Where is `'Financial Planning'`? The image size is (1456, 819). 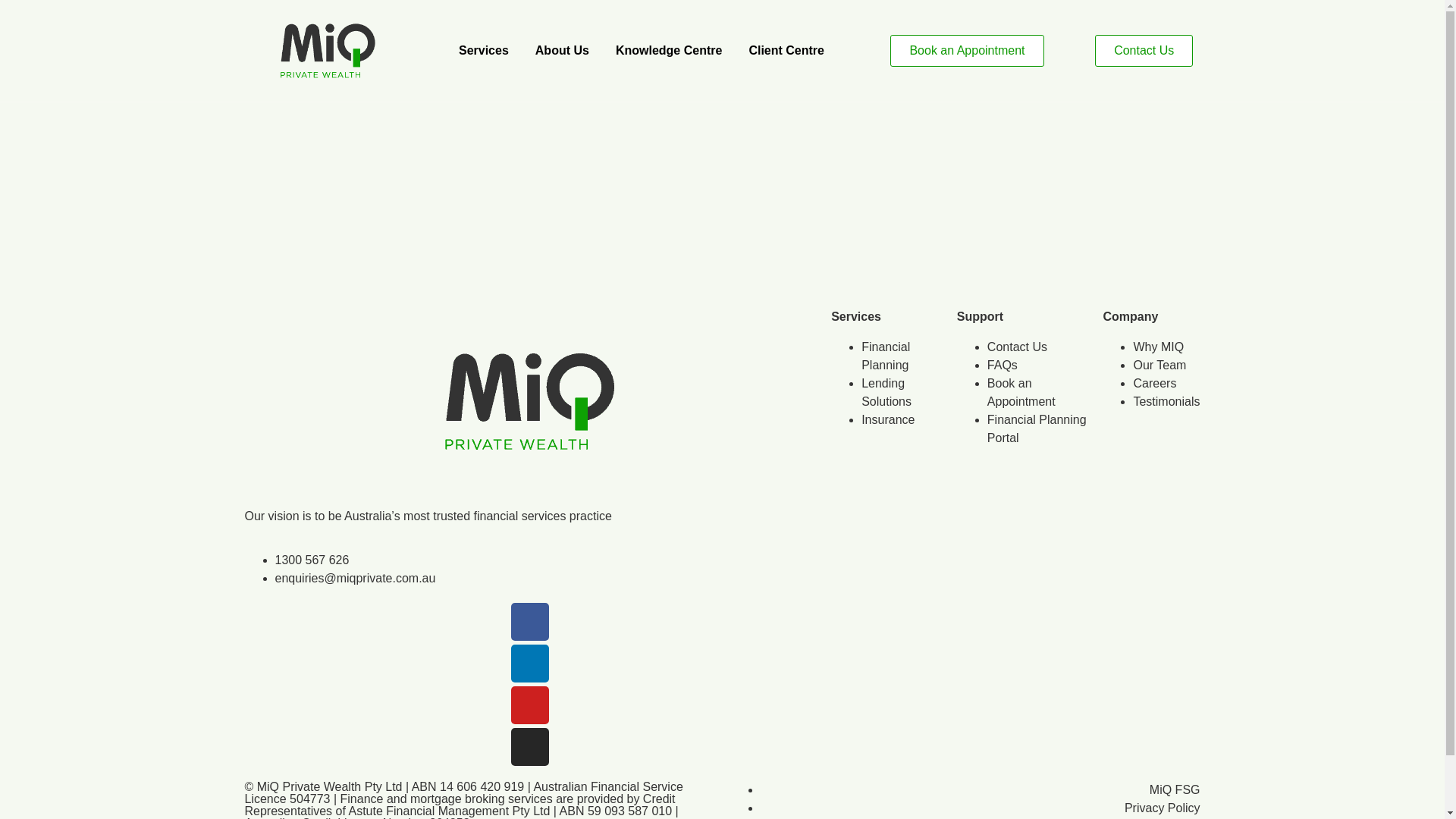 'Financial Planning' is located at coordinates (885, 356).